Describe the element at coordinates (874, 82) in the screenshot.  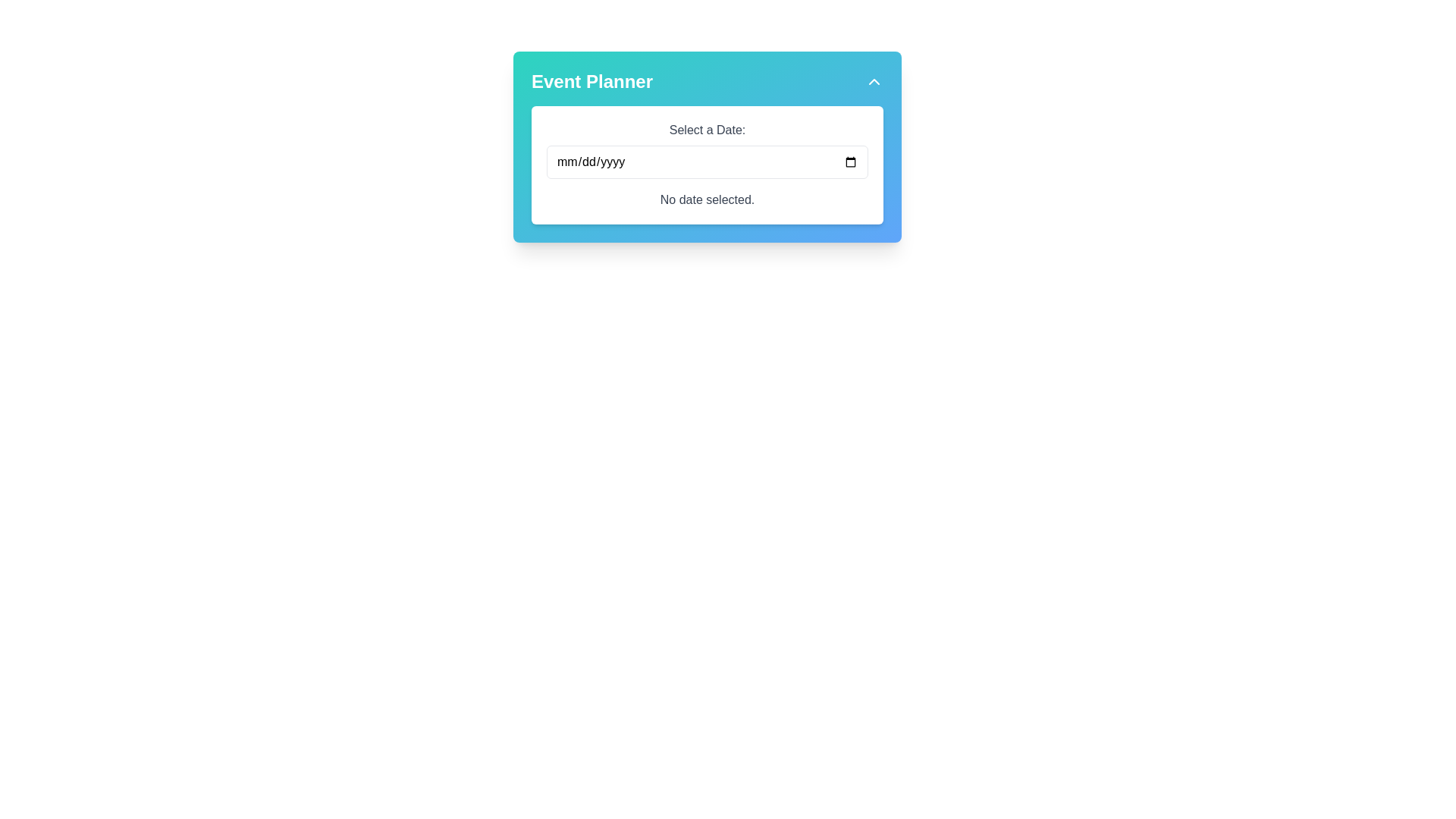
I see `the upward-pointing chevron icon button located in the title section of the 'Event Planner' card` at that location.